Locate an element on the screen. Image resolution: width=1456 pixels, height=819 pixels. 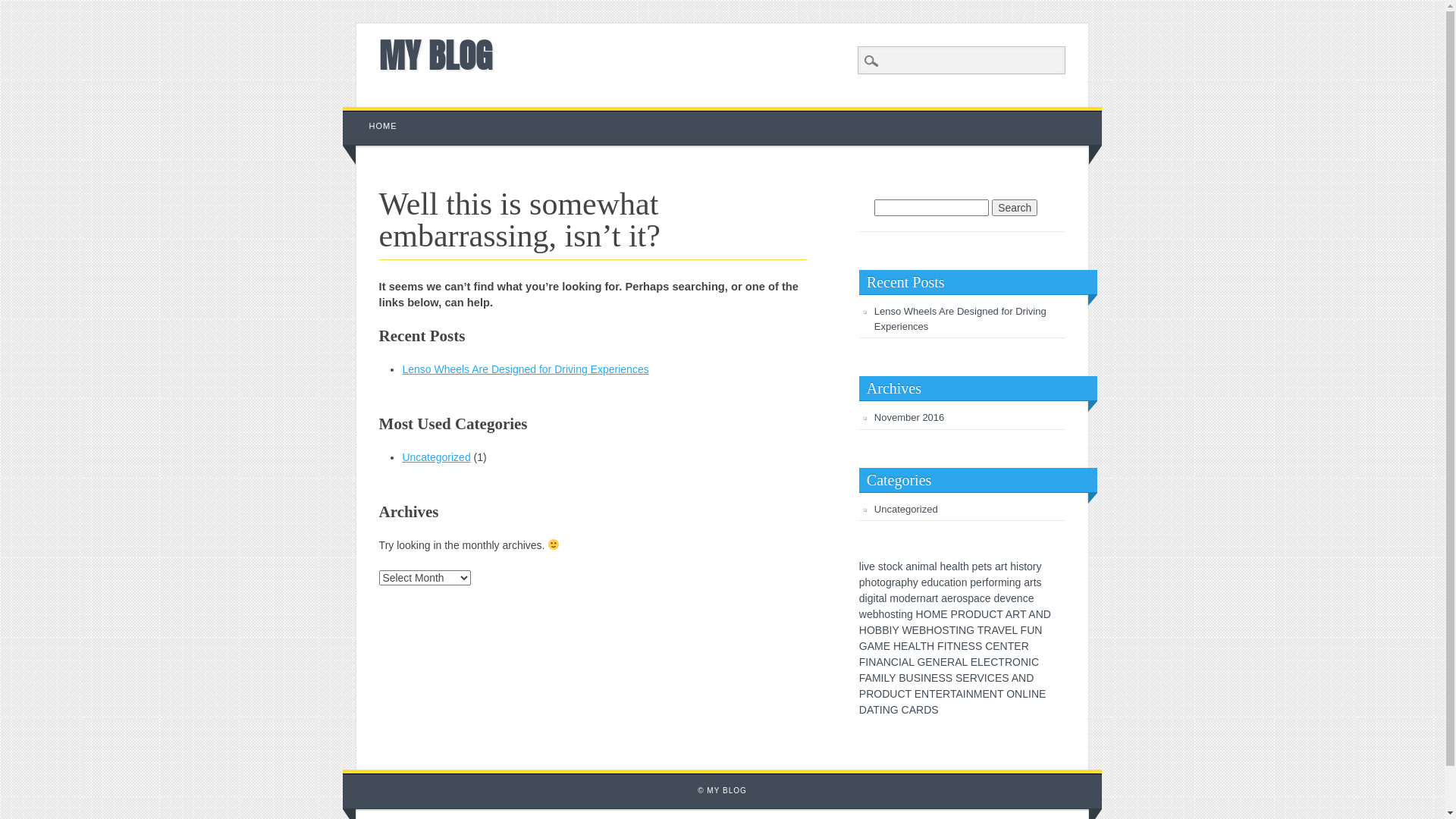
'b' is located at coordinates (876, 614).